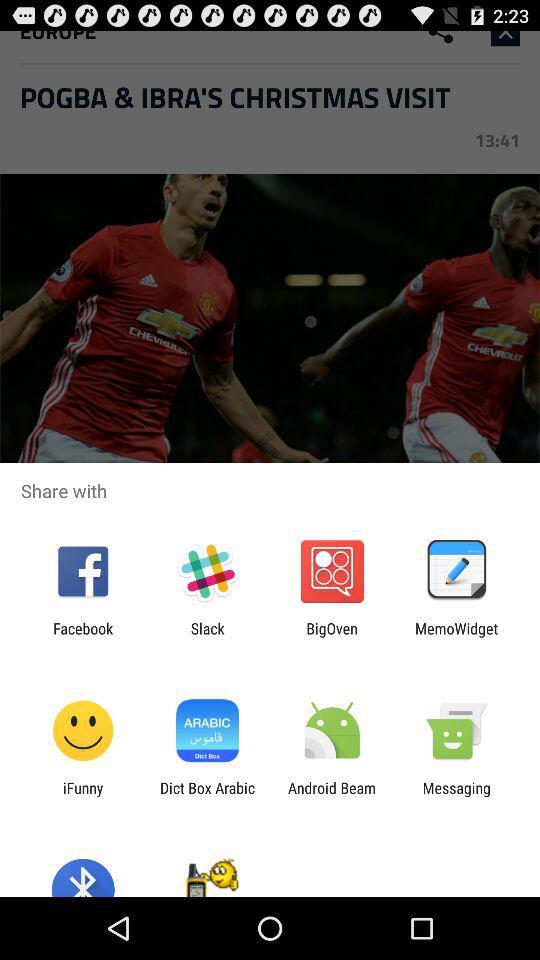  What do you see at coordinates (456, 636) in the screenshot?
I see `memowidget item` at bounding box center [456, 636].